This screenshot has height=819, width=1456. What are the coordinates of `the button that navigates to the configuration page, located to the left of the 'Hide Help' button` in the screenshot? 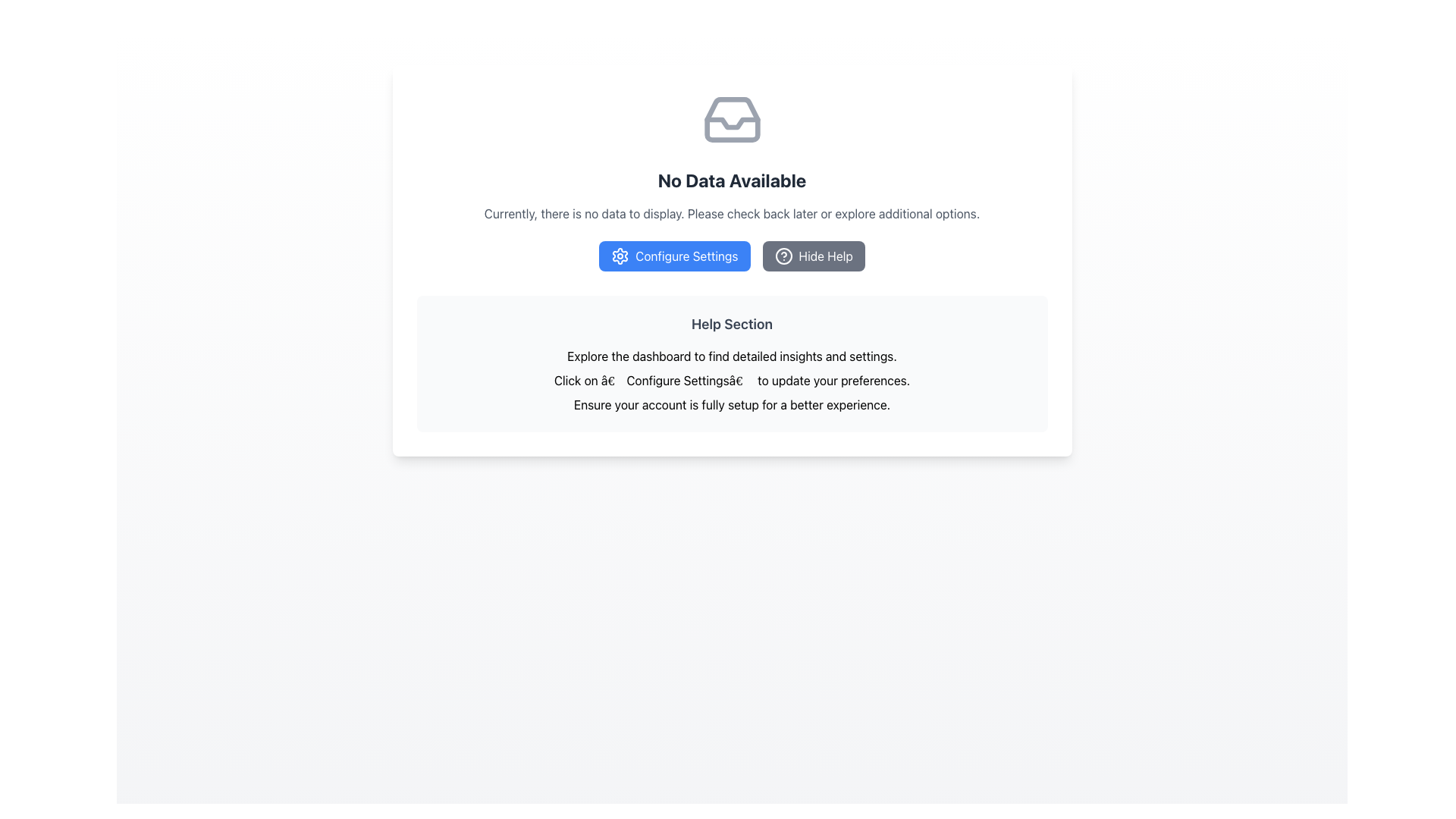 It's located at (732, 259).